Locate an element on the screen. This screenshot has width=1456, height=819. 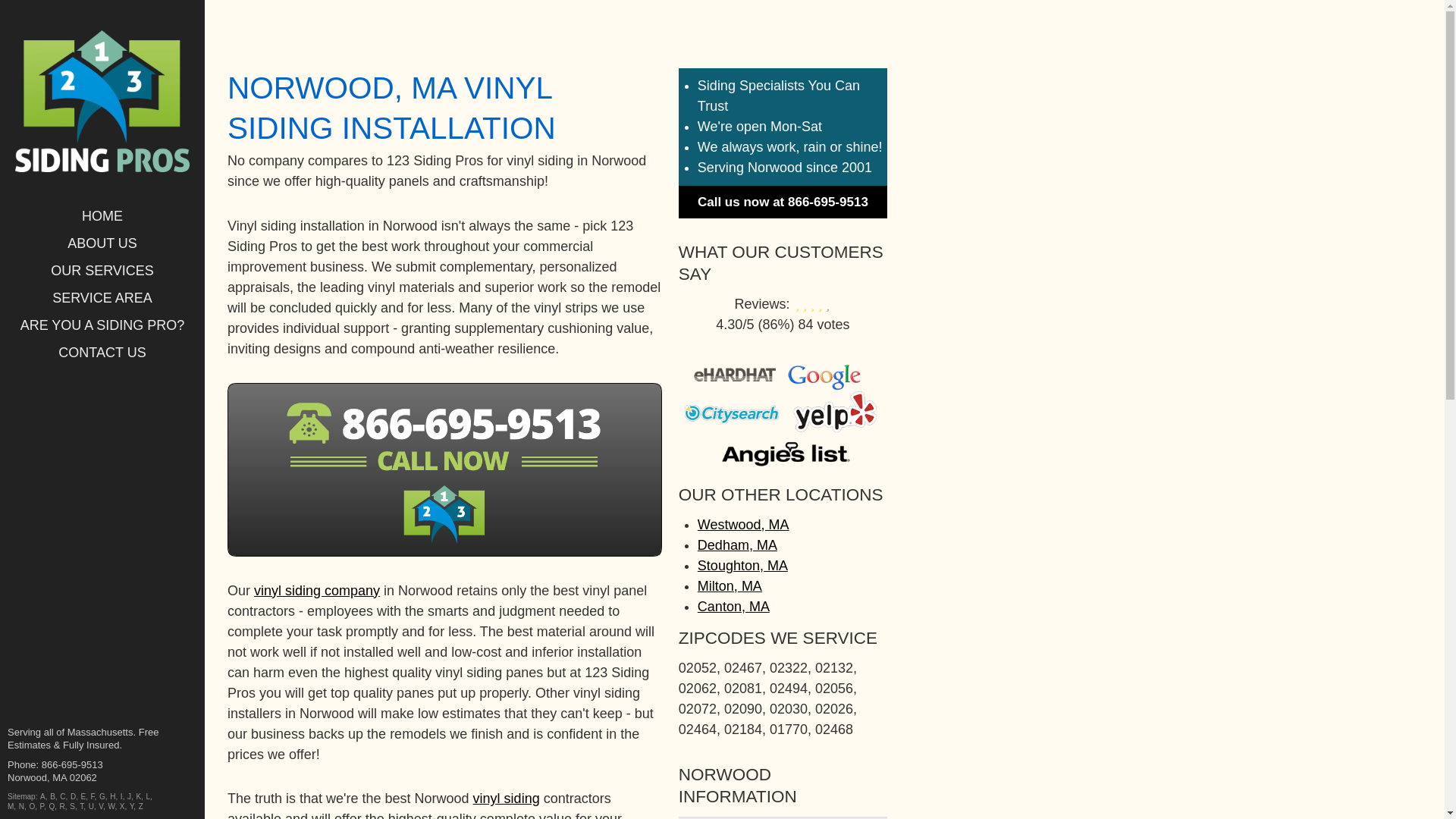
'K' is located at coordinates (135, 795).